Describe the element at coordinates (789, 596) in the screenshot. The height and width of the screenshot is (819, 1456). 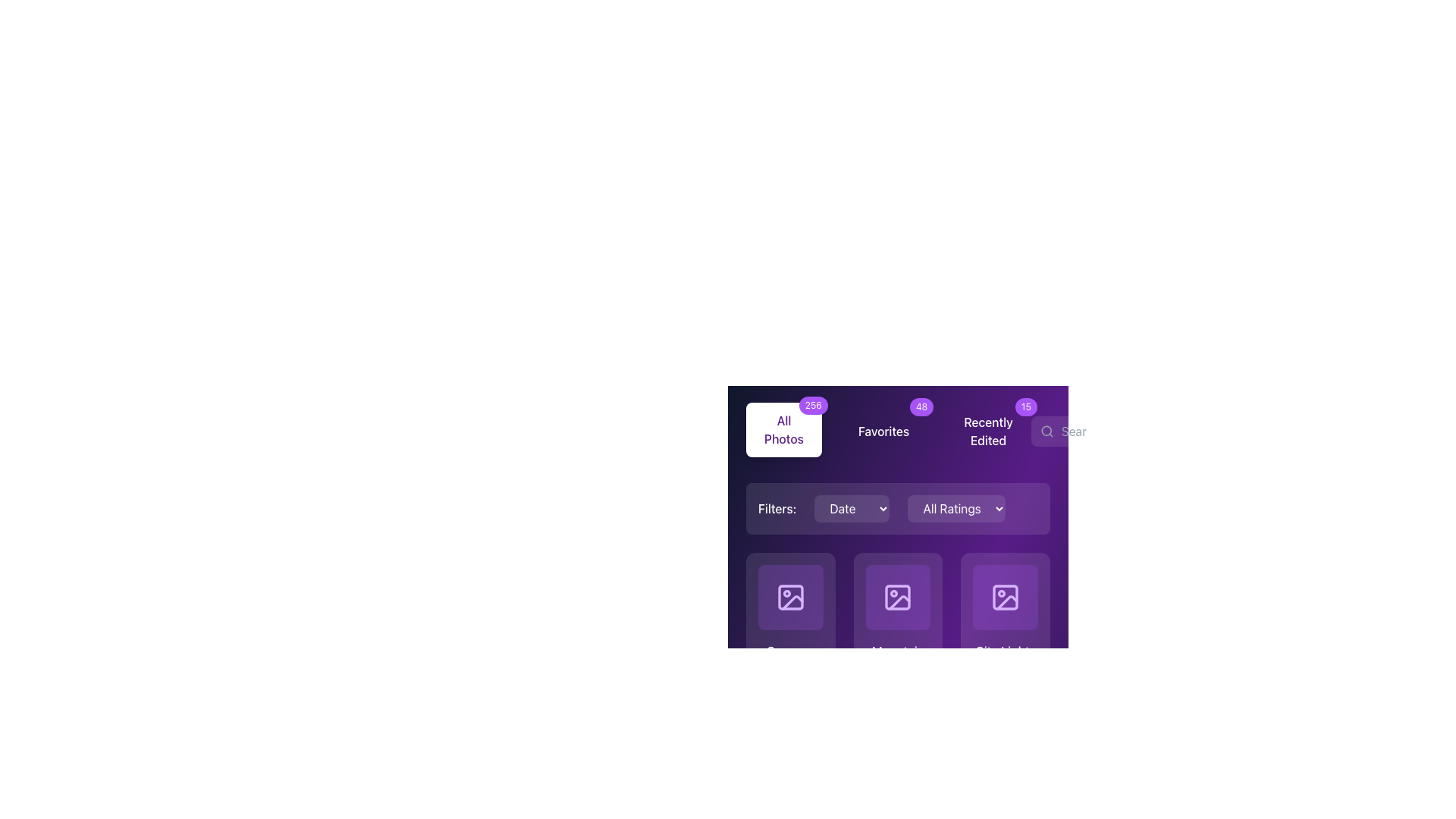
I see `the SVG Icon representing an image file, which is styled in purple and located in the first row and second column of the grid layout` at that location.